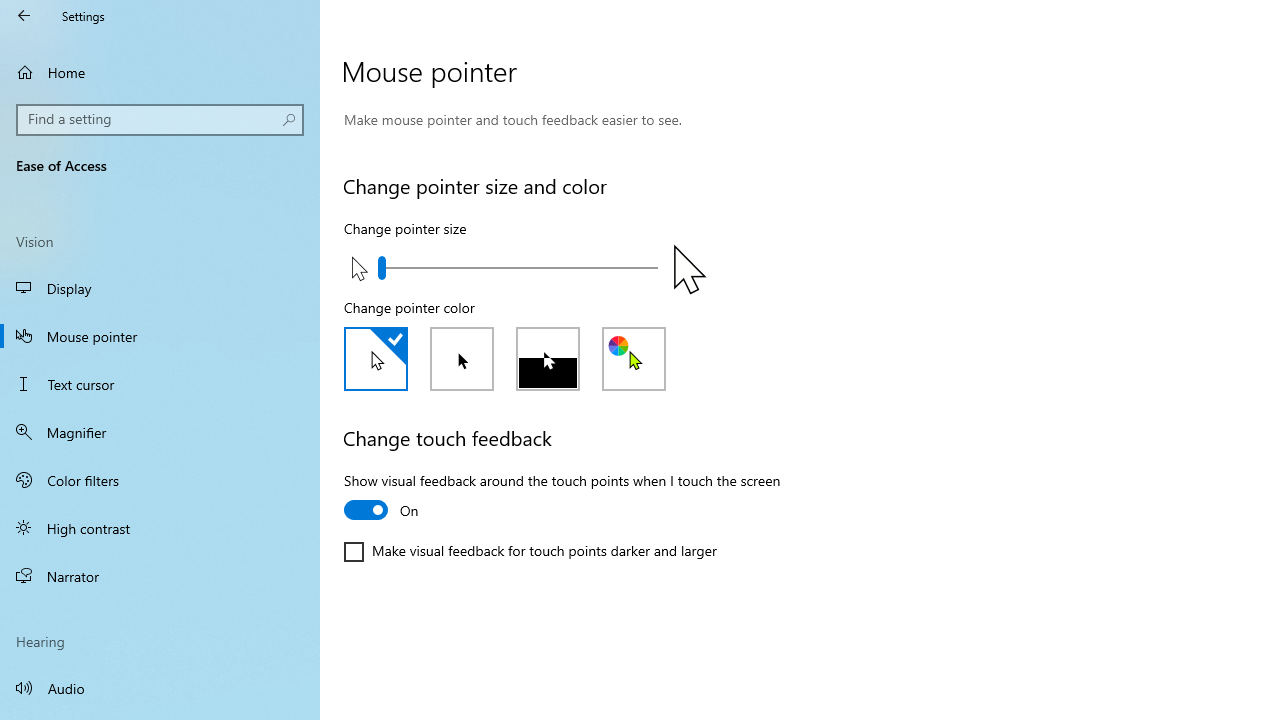  I want to click on 'Custom', so click(633, 357).